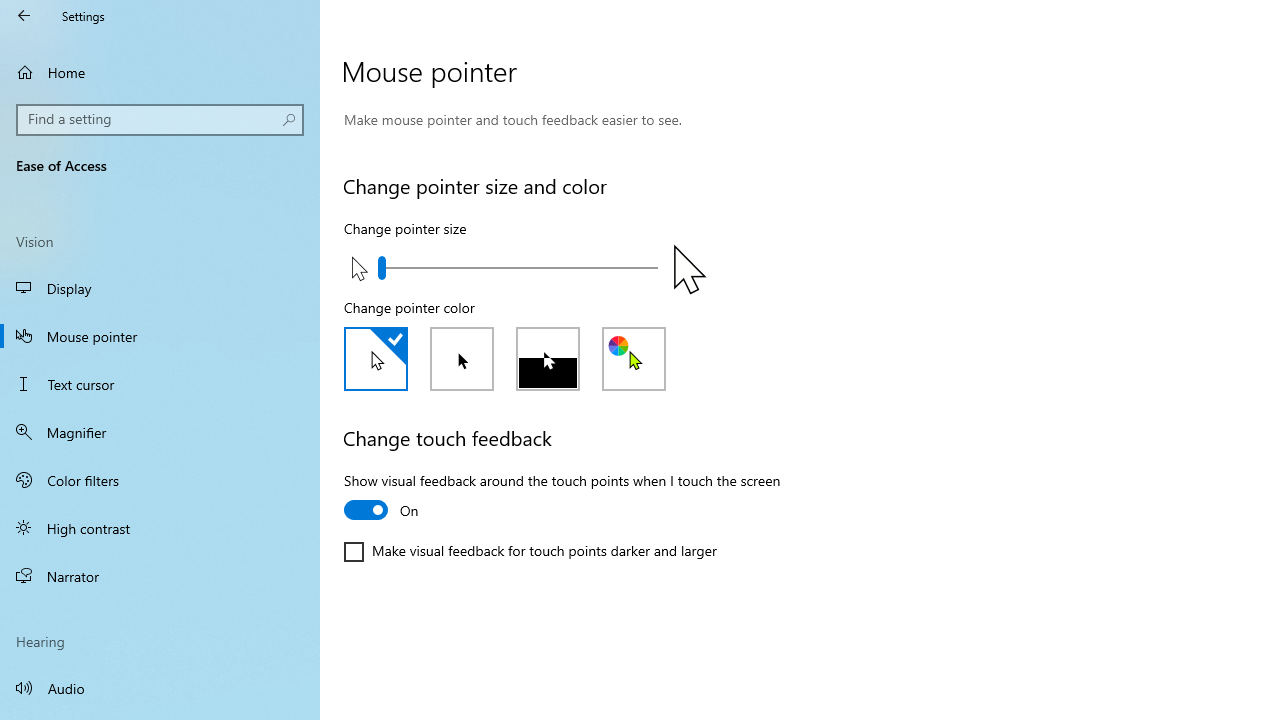  I want to click on 'Custom', so click(633, 357).